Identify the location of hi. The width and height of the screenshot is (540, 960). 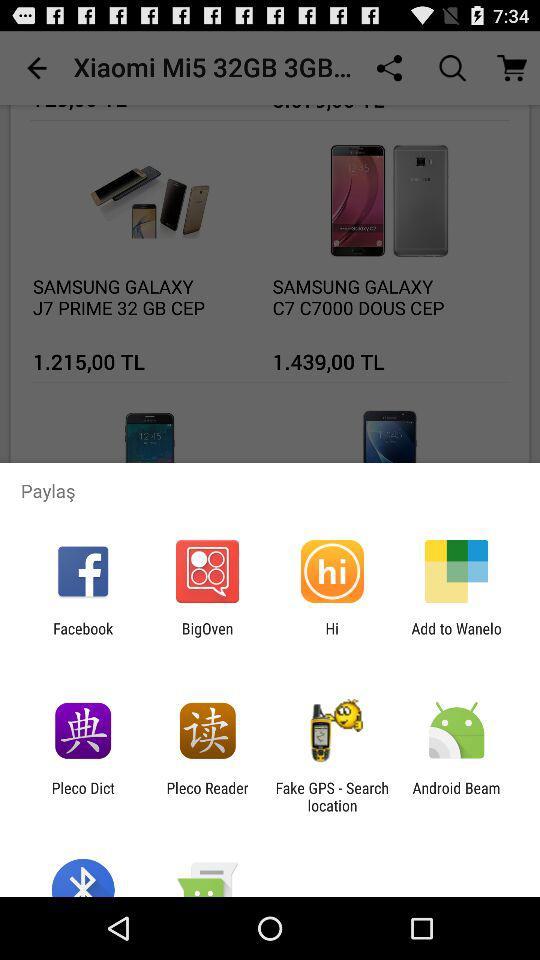
(332, 636).